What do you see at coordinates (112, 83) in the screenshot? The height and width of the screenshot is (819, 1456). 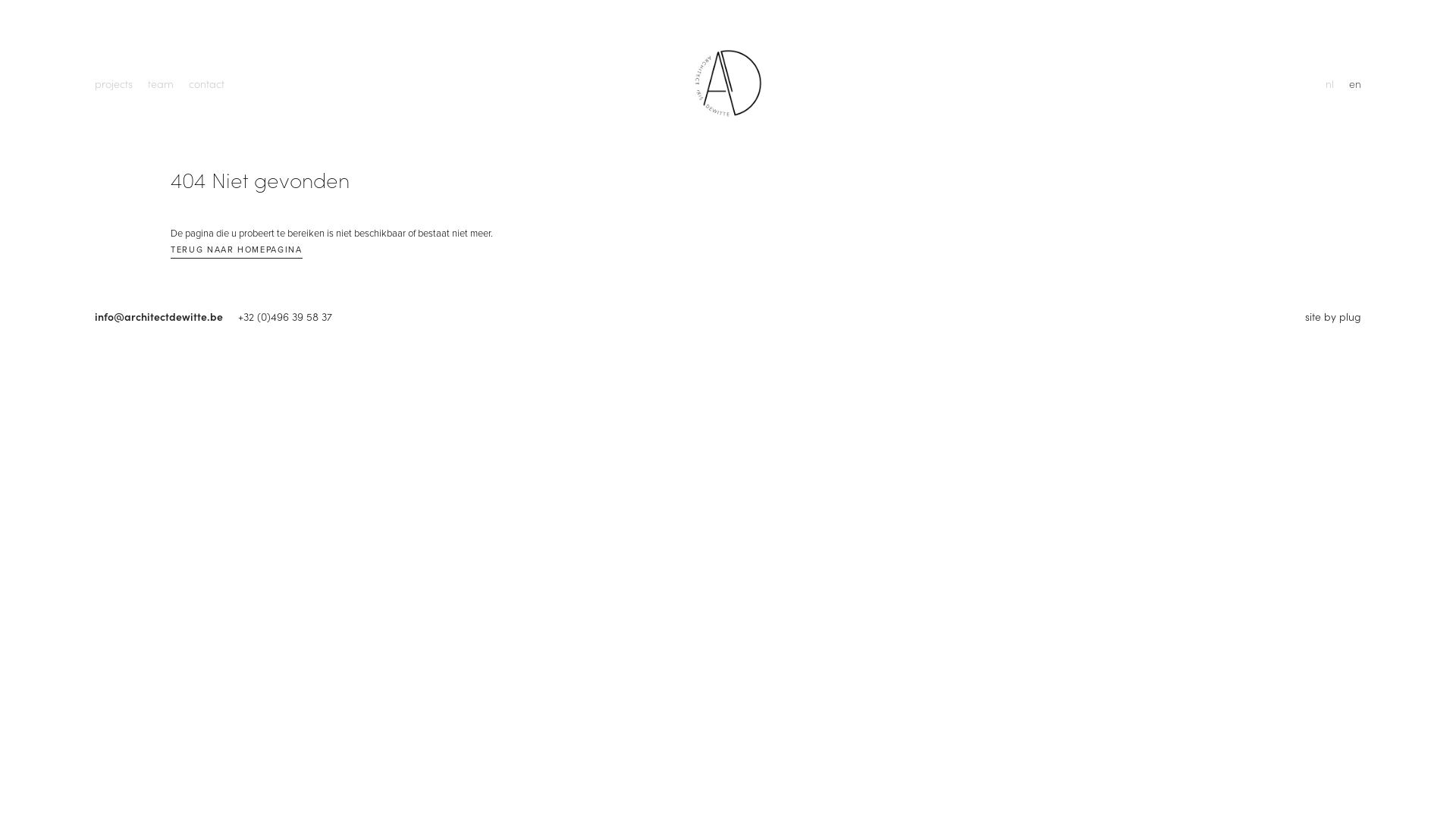 I see `'projects'` at bounding box center [112, 83].